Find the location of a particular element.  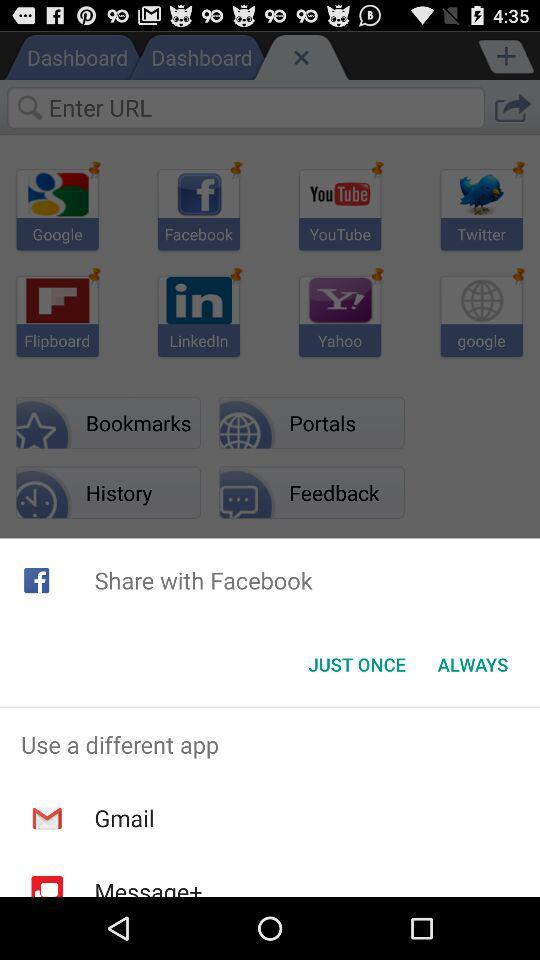

the gmail app is located at coordinates (124, 818).